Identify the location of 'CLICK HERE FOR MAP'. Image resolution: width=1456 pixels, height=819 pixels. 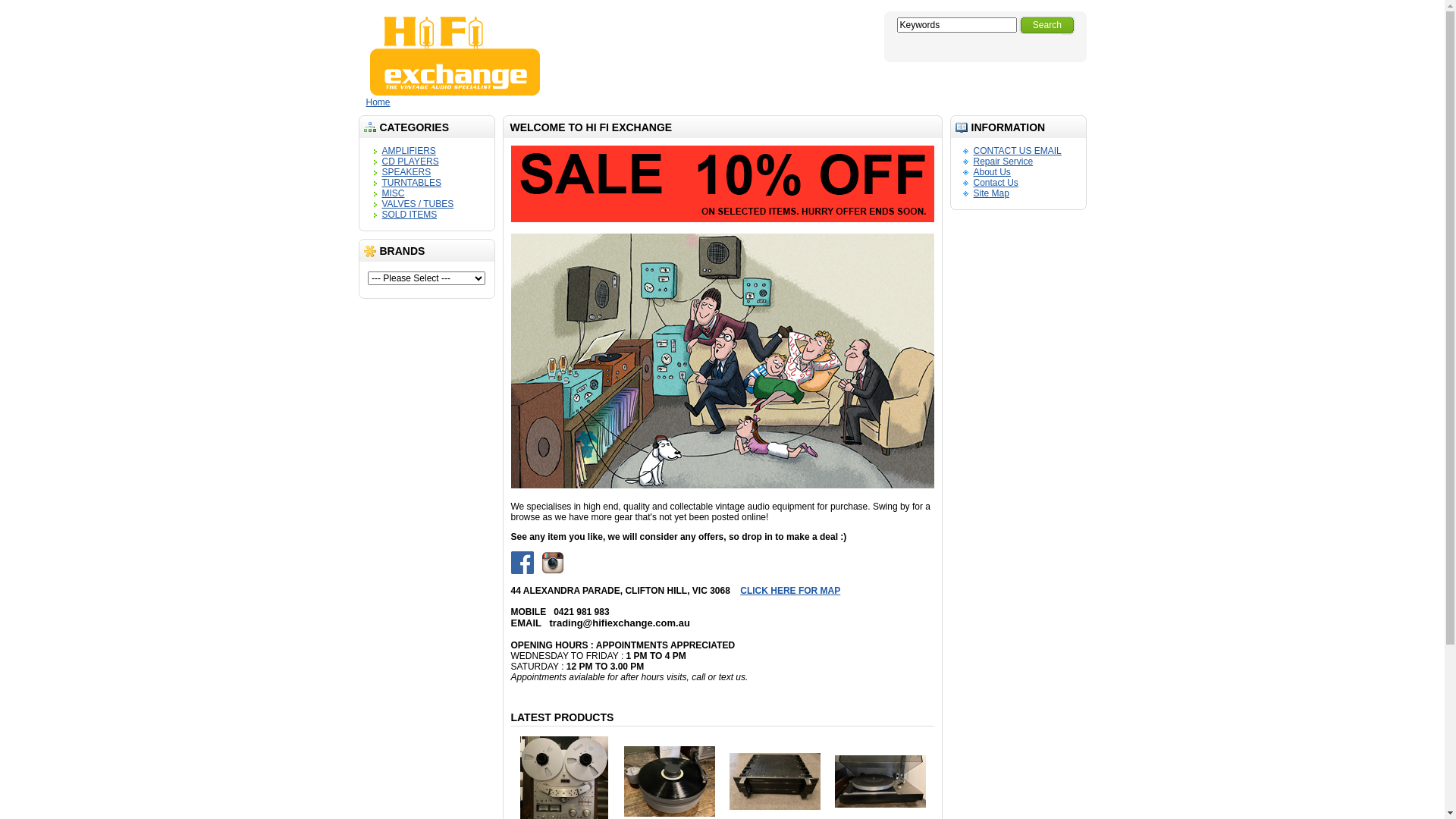
(905, 595).